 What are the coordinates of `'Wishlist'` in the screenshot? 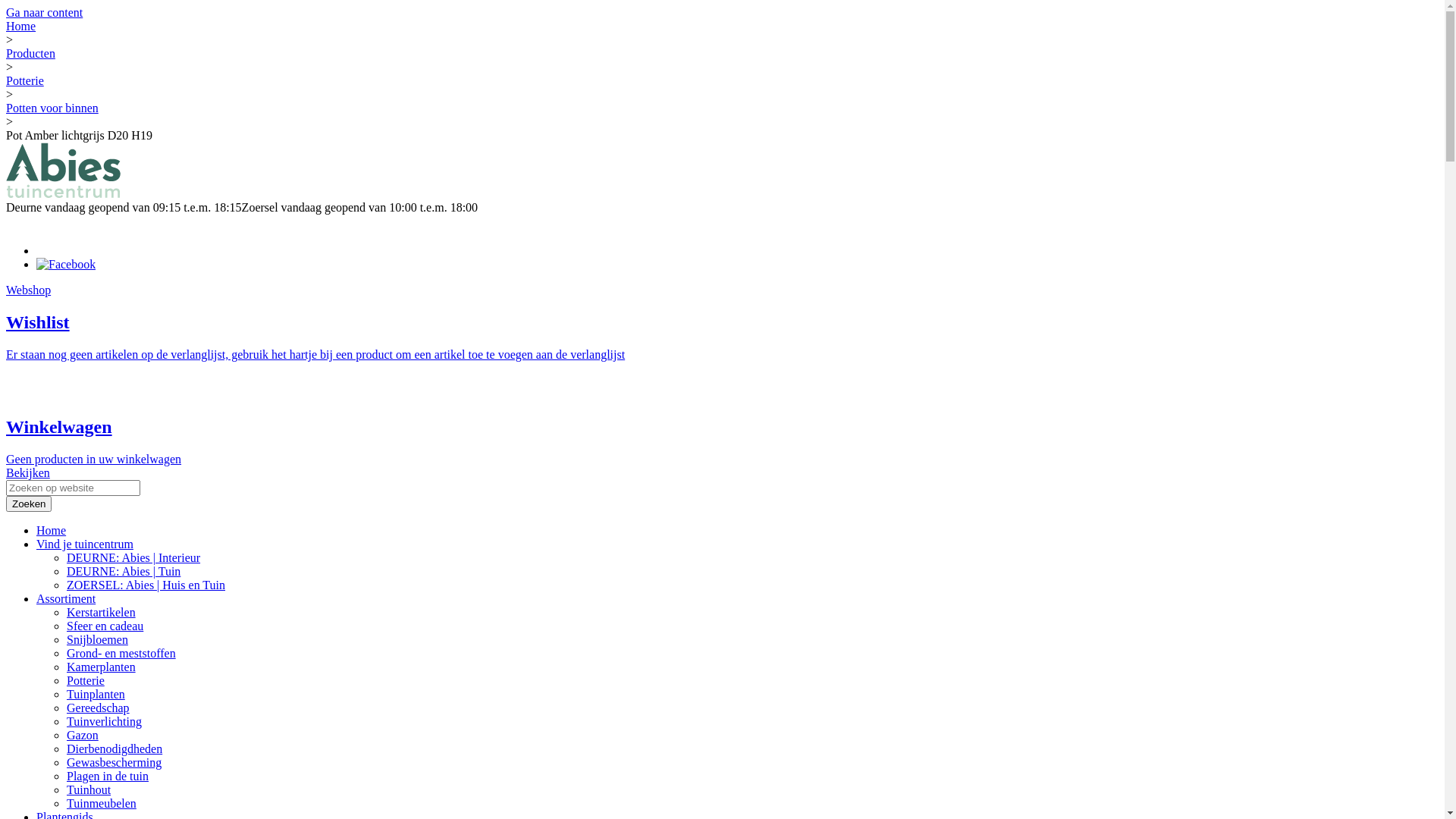 It's located at (6, 321).